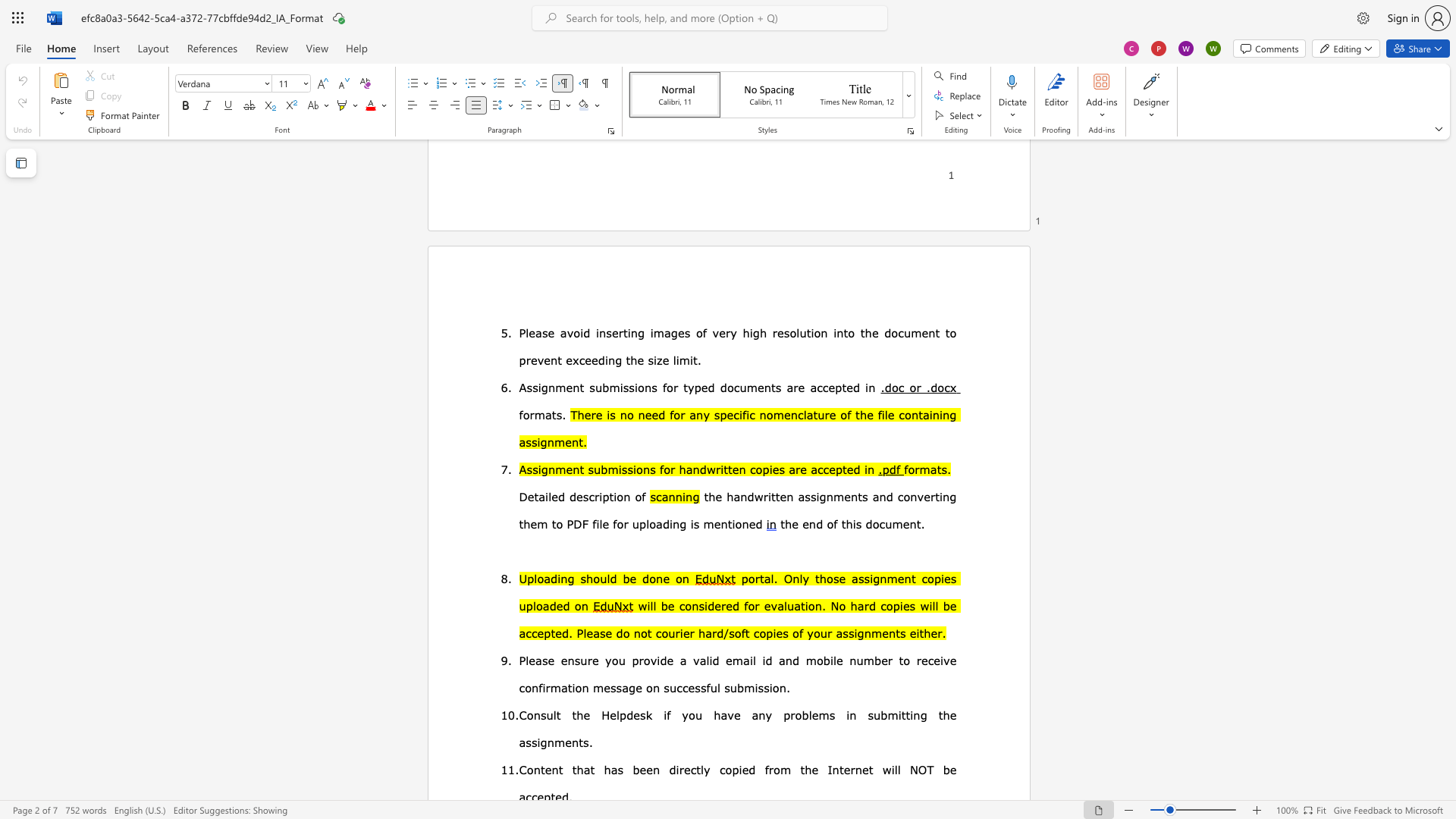  Describe the element at coordinates (871, 714) in the screenshot. I see `the 1th character "s" in the text` at that location.